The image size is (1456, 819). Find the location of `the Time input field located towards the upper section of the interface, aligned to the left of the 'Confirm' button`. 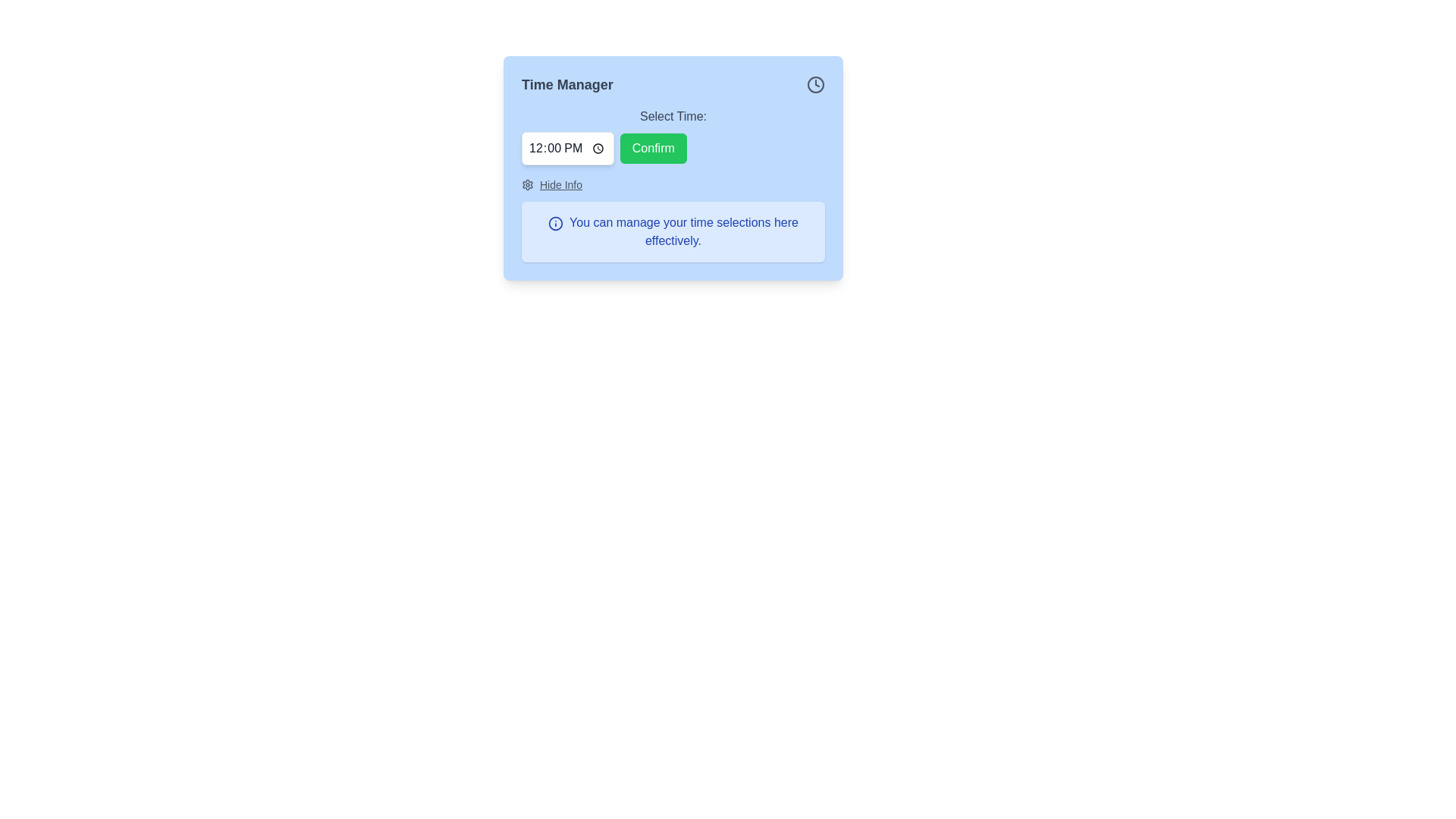

the Time input field located towards the upper section of the interface, aligned to the left of the 'Confirm' button is located at coordinates (566, 149).